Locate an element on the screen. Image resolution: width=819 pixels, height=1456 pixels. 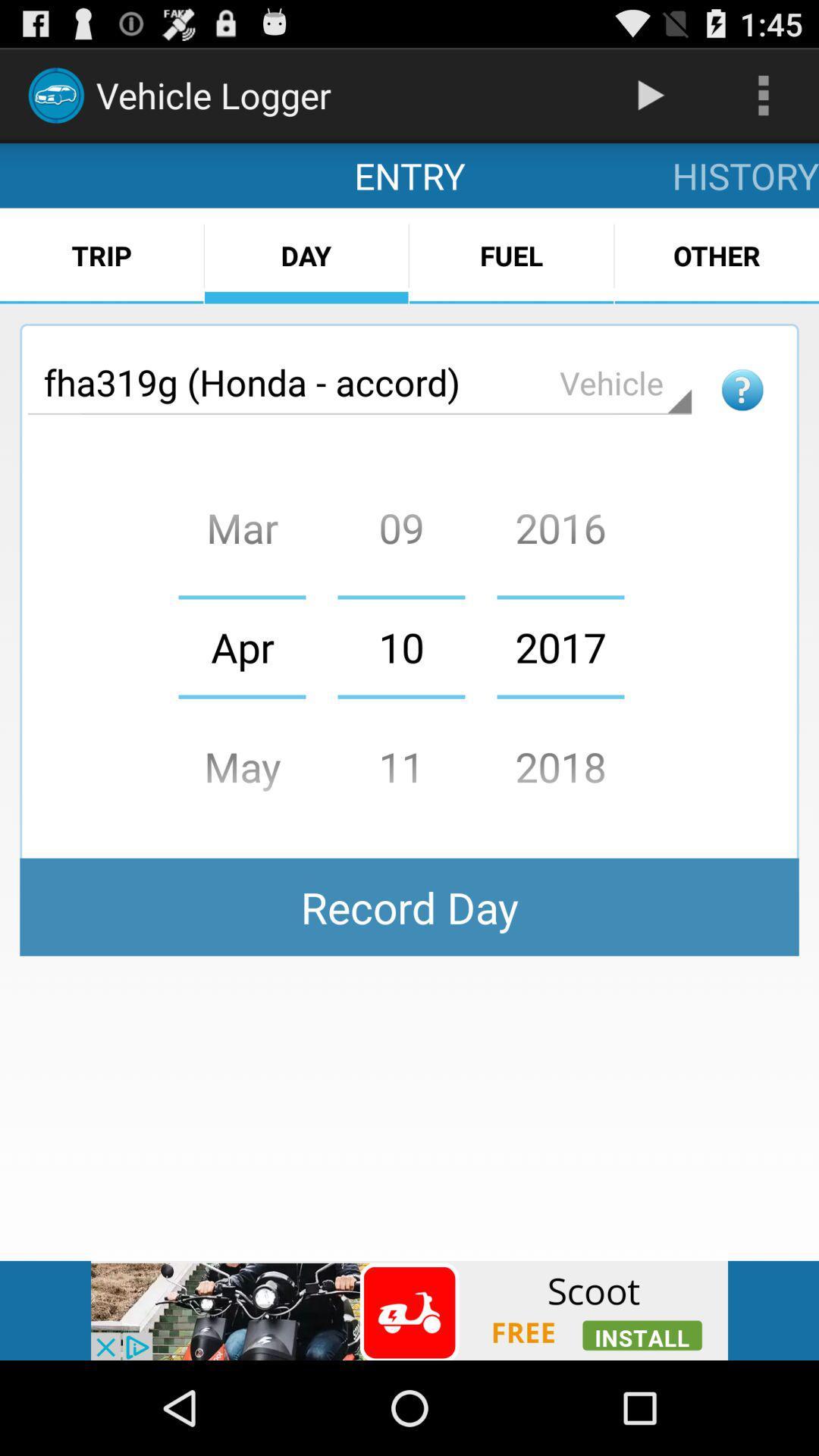
the help icon is located at coordinates (742, 417).